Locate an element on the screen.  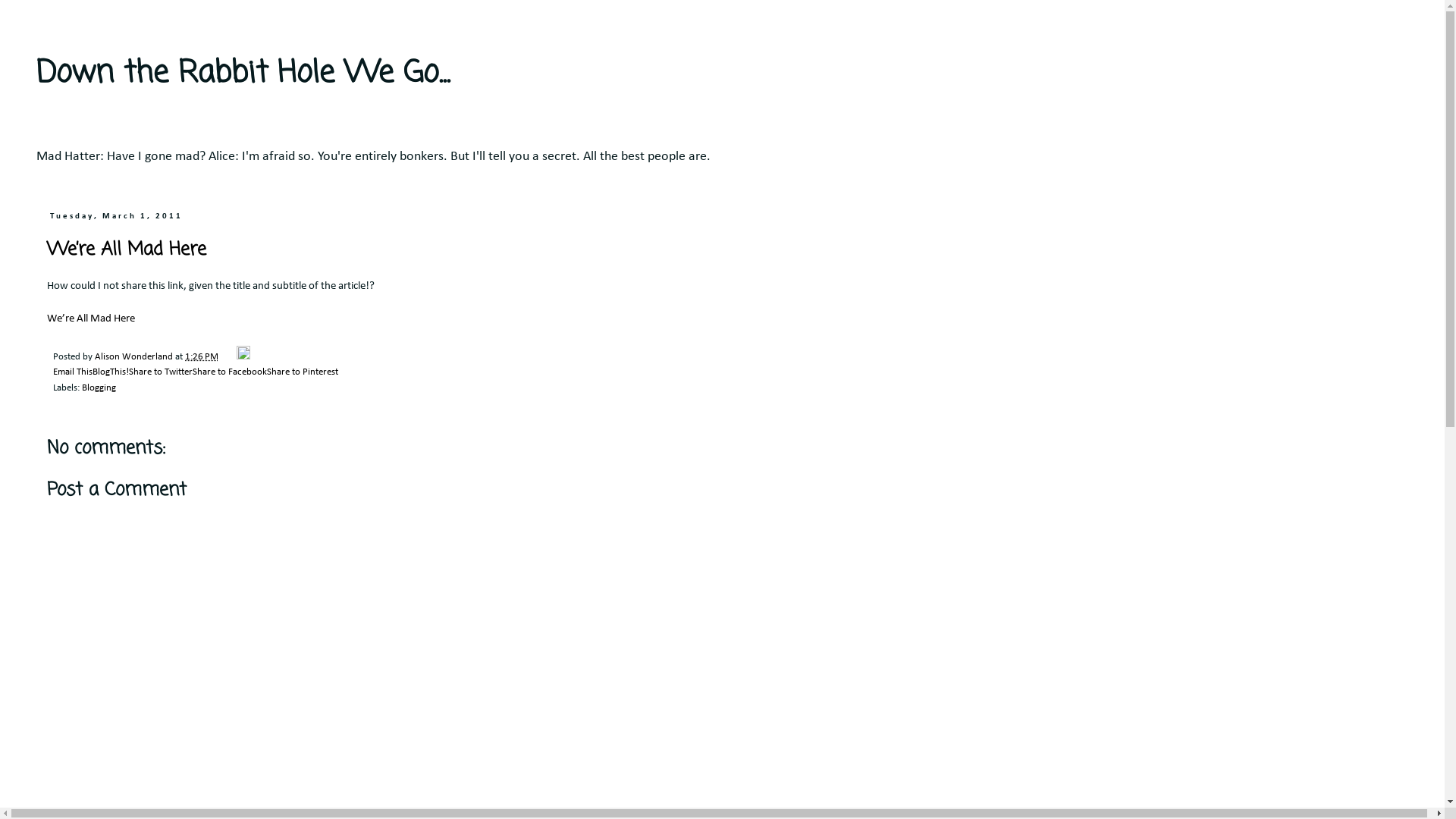
'Blogging' is located at coordinates (98, 388).